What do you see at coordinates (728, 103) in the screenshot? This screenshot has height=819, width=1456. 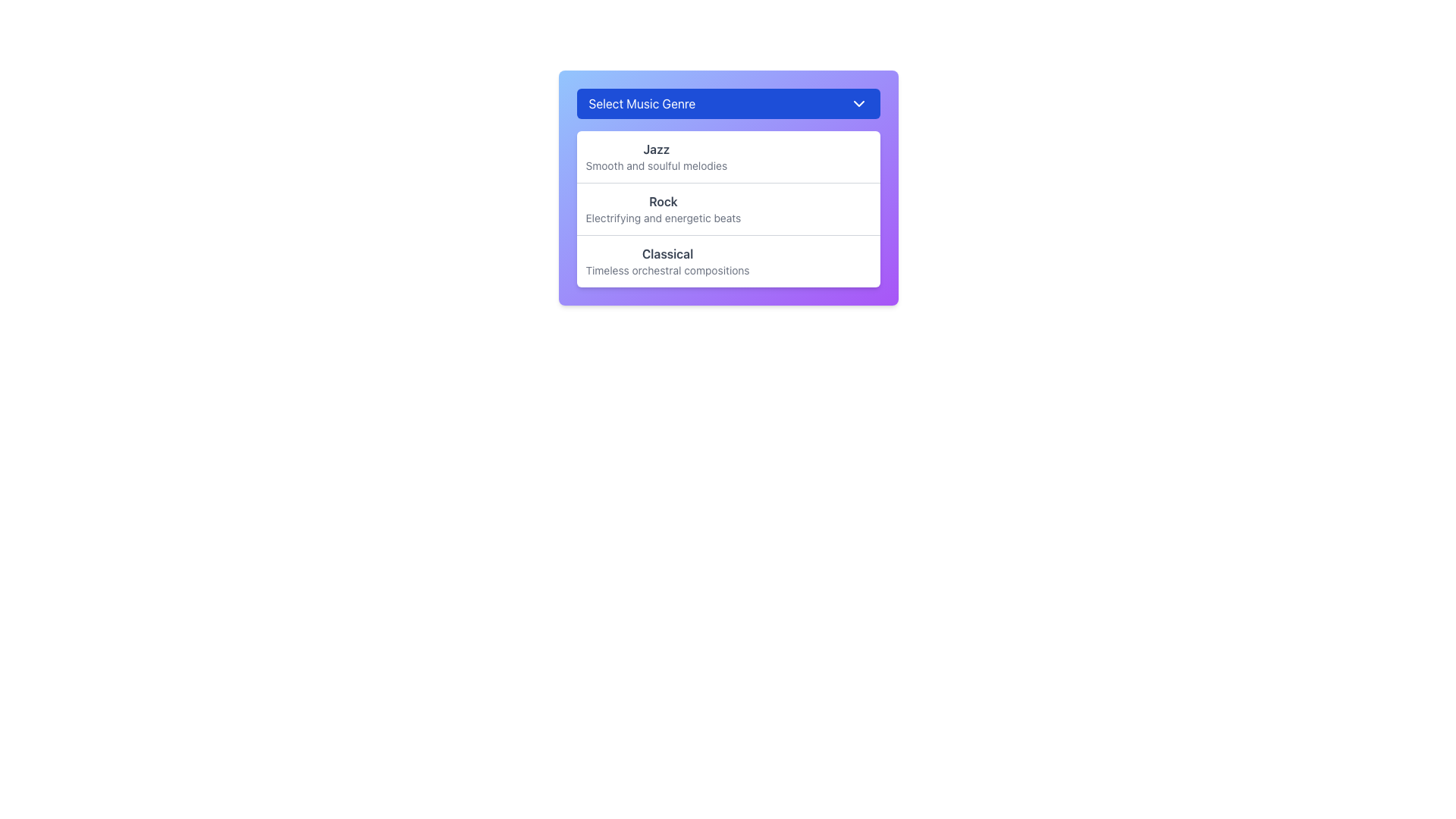 I see `the dropdown menu labeled 'Select Music Genre'` at bounding box center [728, 103].